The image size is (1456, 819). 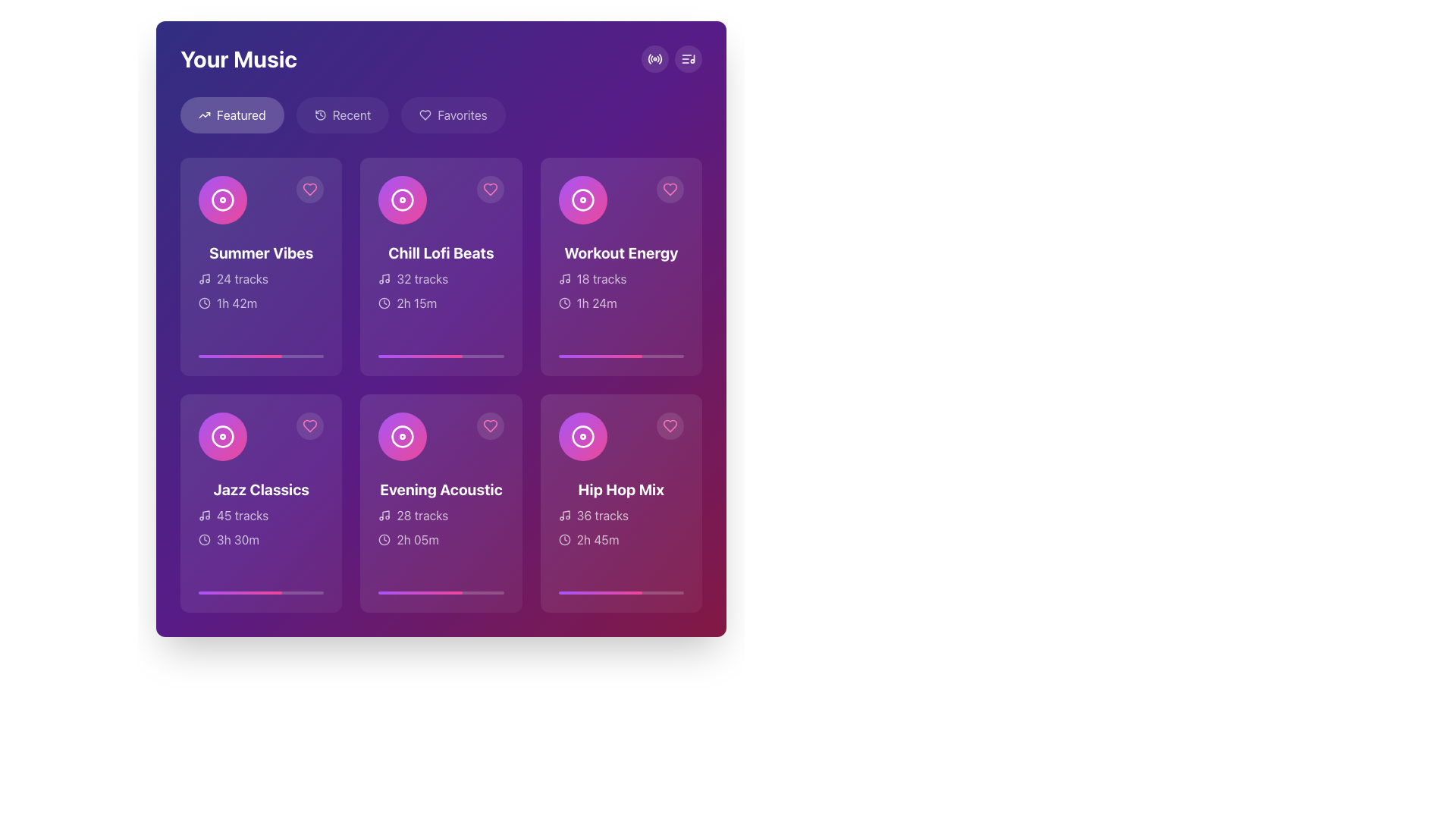 What do you see at coordinates (420, 356) in the screenshot?
I see `the progress bar representing the completion status of the 'Chill Lofi Beats' playlist by moving the cursor to its center` at bounding box center [420, 356].